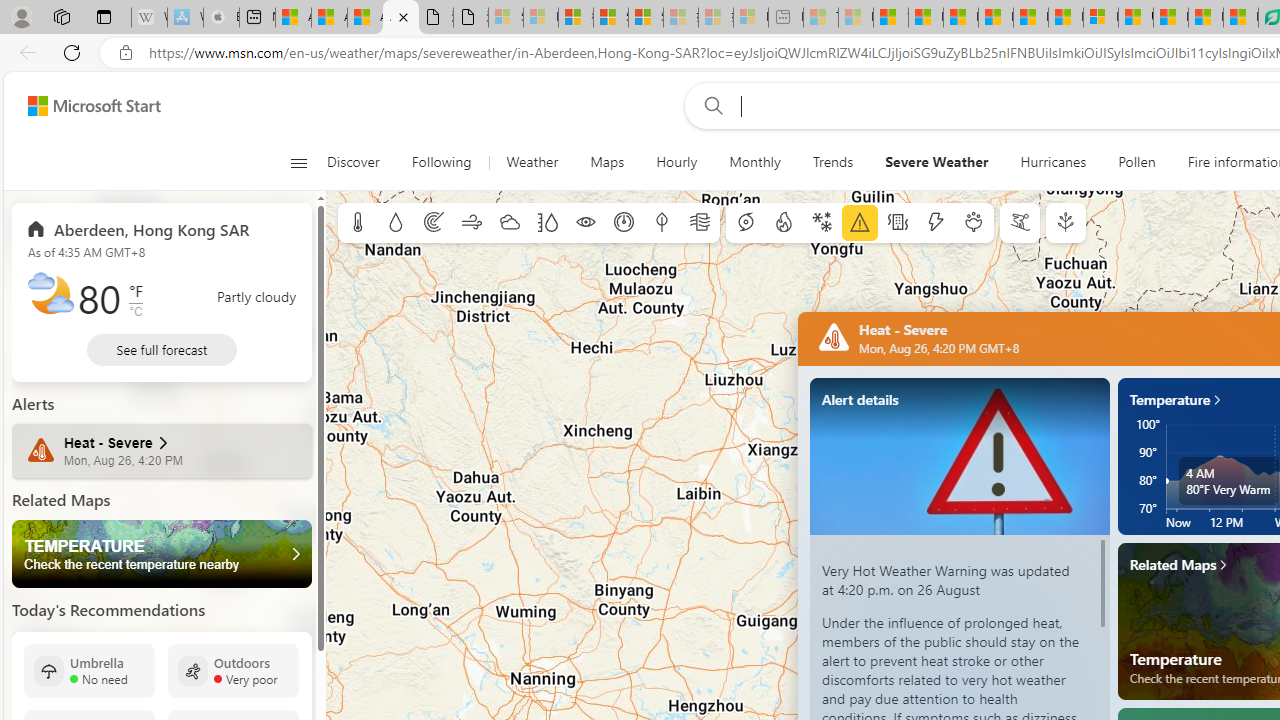 The width and height of the screenshot is (1280, 720). What do you see at coordinates (1136, 162) in the screenshot?
I see `'Pollen'` at bounding box center [1136, 162].